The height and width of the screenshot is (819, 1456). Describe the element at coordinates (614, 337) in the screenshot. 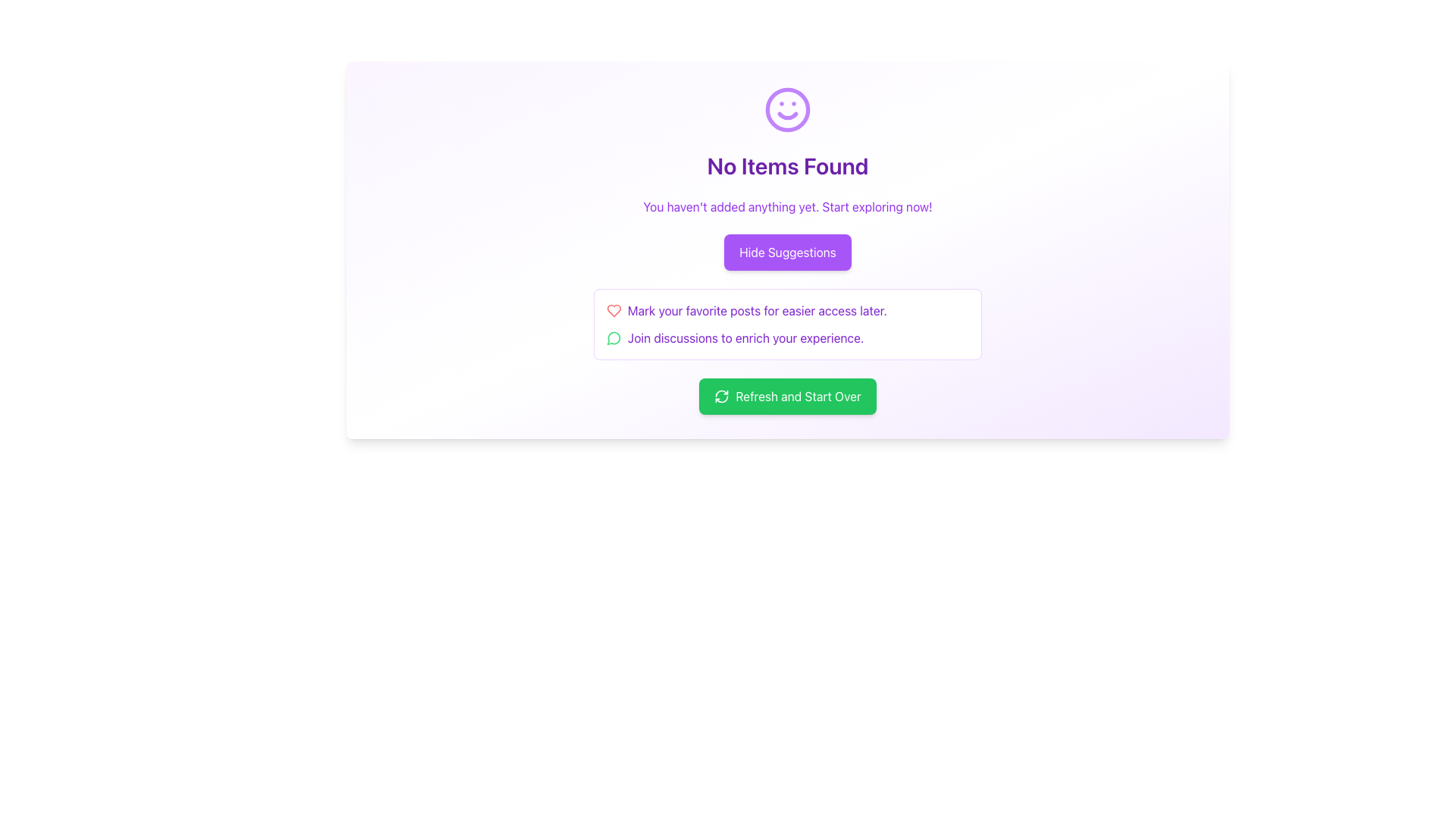

I see `the circular speech bubble icon with a green outline located near the bottom-center of the interface, next to the text 'Join discussions to enrich your experience.'` at that location.